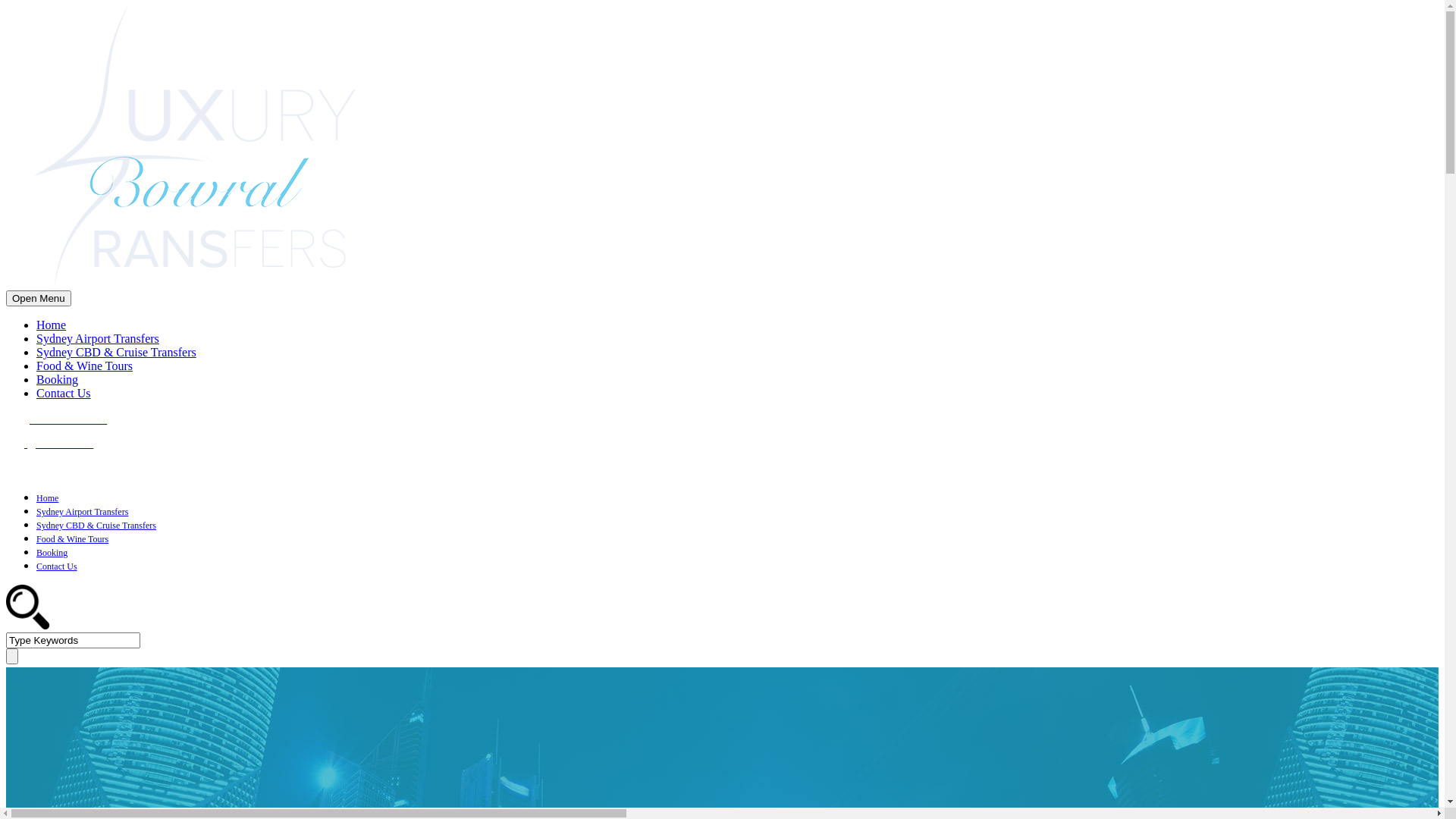 This screenshot has width=1456, height=819. What do you see at coordinates (95, 525) in the screenshot?
I see `'Sydney CBD & Cruise Transfers'` at bounding box center [95, 525].